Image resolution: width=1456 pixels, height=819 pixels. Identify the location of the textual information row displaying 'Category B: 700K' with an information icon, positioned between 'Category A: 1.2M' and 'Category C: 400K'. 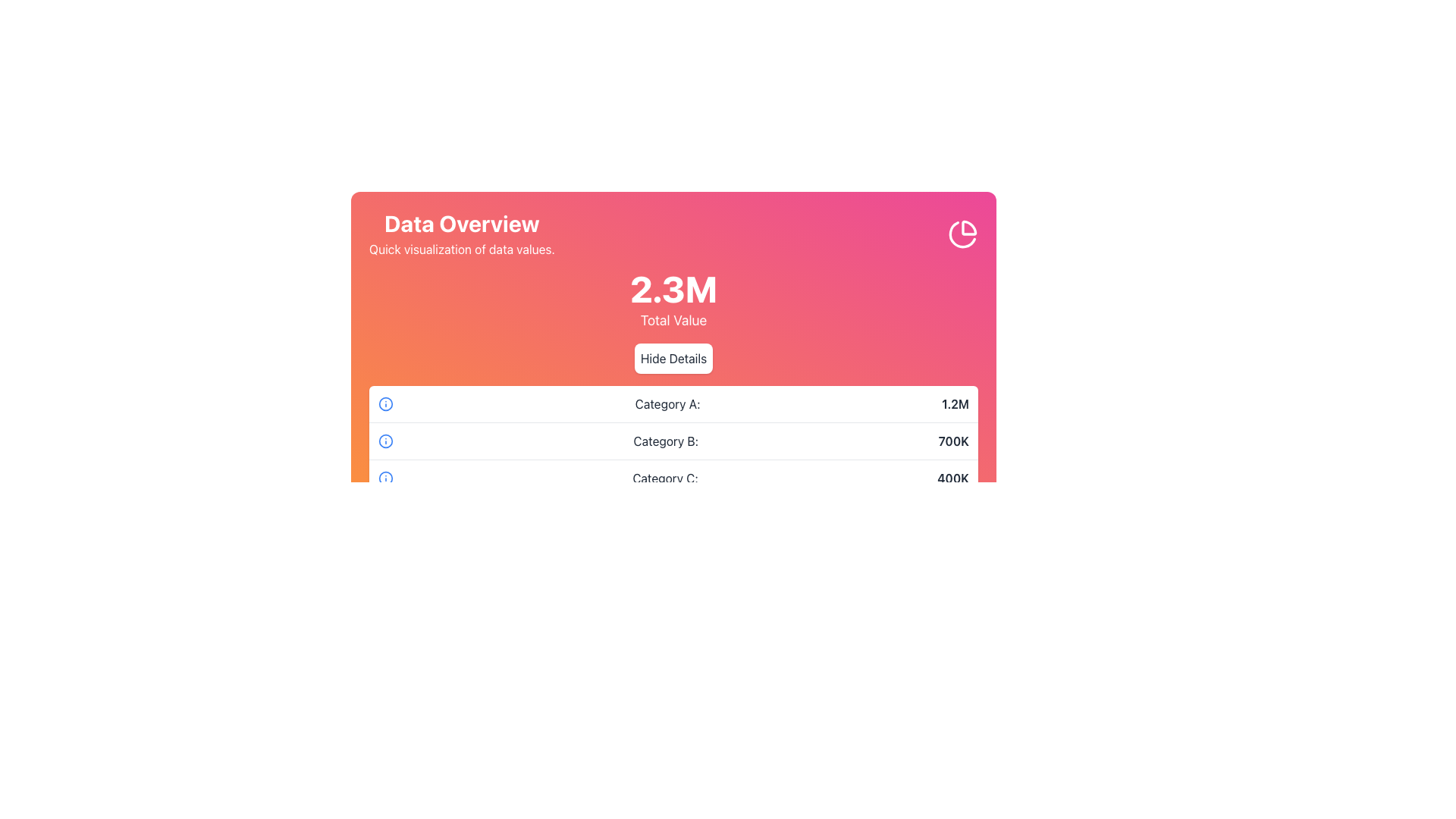
(673, 441).